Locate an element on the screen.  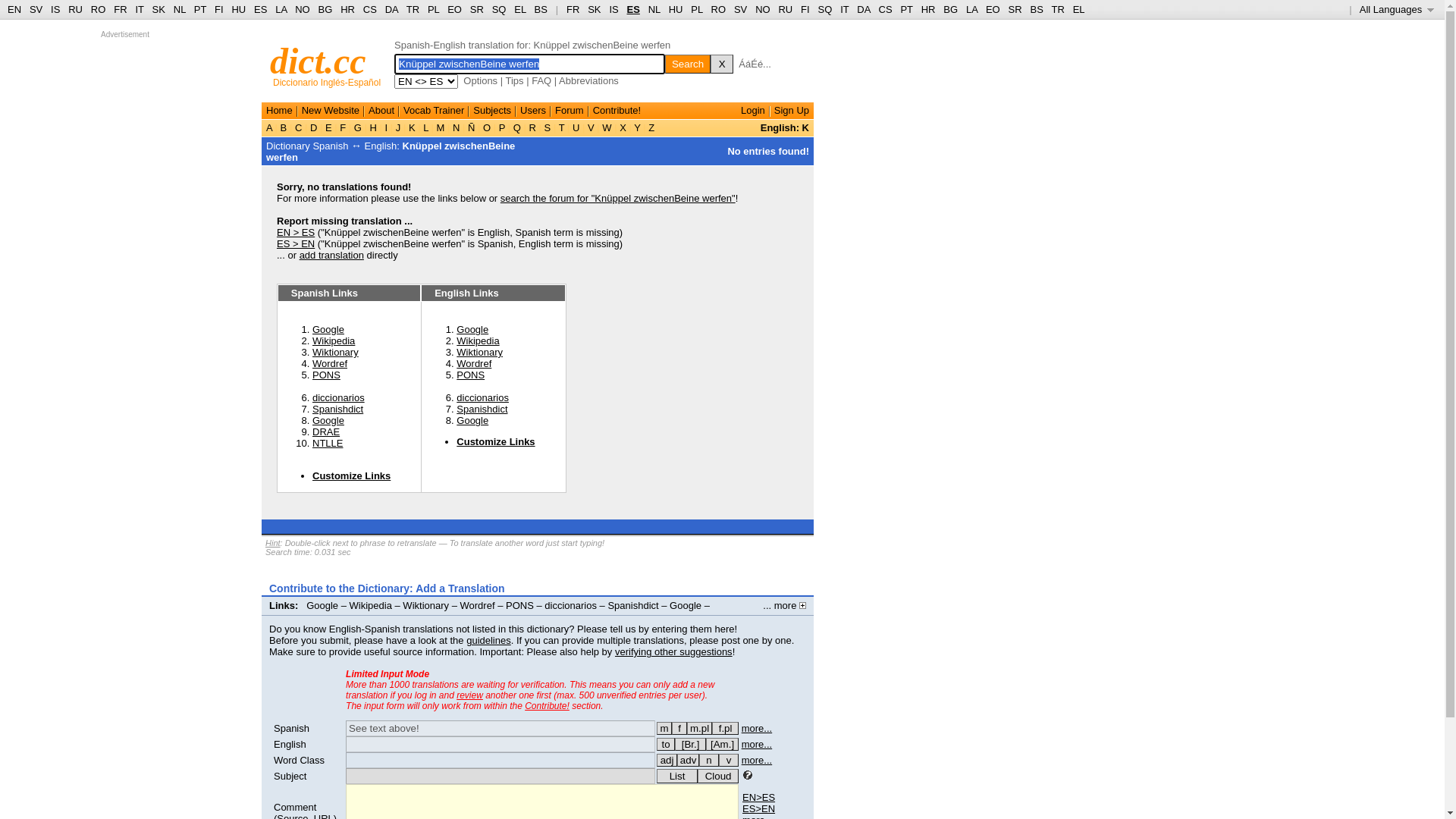
'FI' is located at coordinates (218, 9).